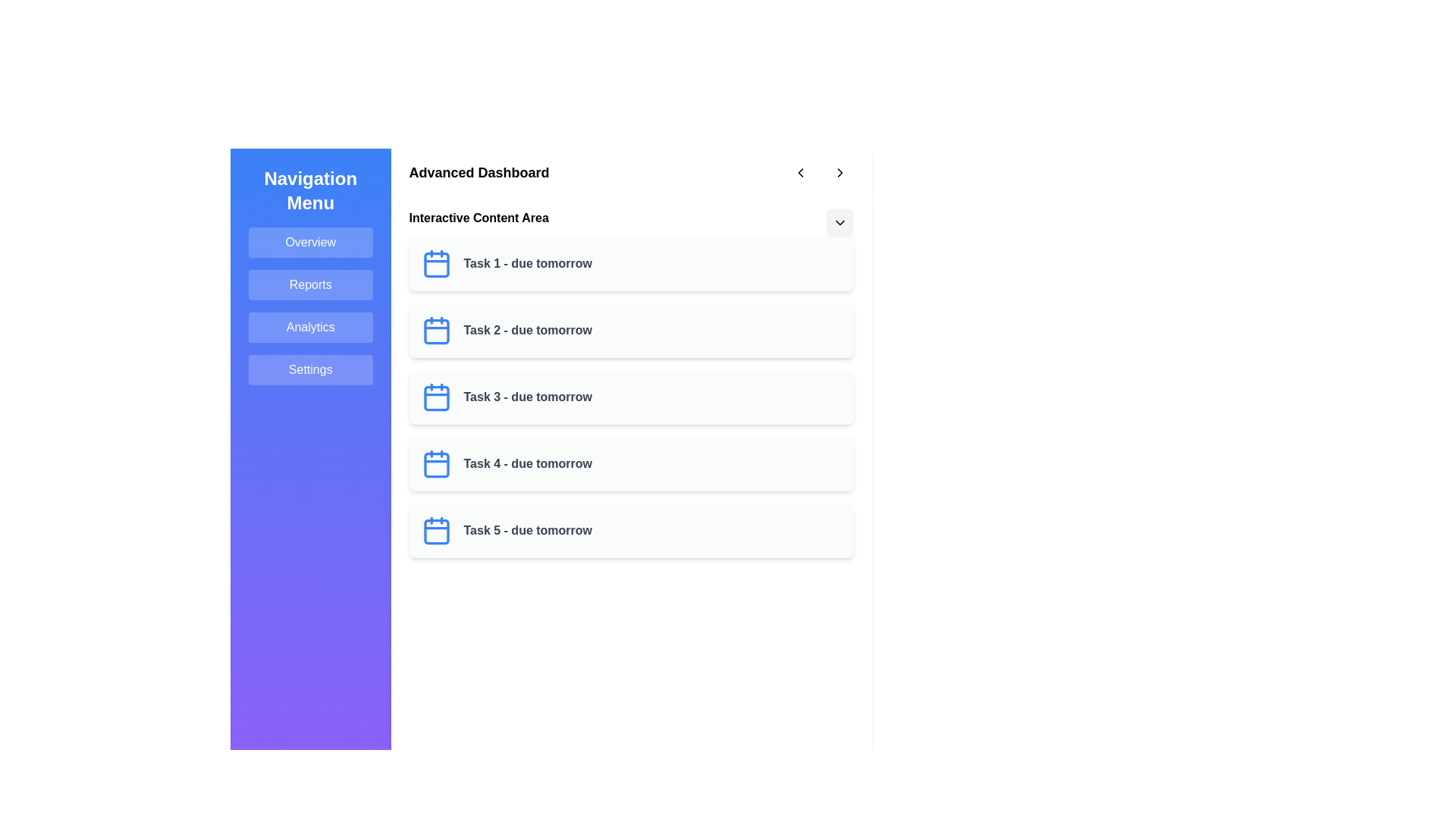  What do you see at coordinates (839, 171) in the screenshot?
I see `the chevron arrow symbol located in the top right section of the main content area next to the header of the 'Advanced Dashboard'` at bounding box center [839, 171].